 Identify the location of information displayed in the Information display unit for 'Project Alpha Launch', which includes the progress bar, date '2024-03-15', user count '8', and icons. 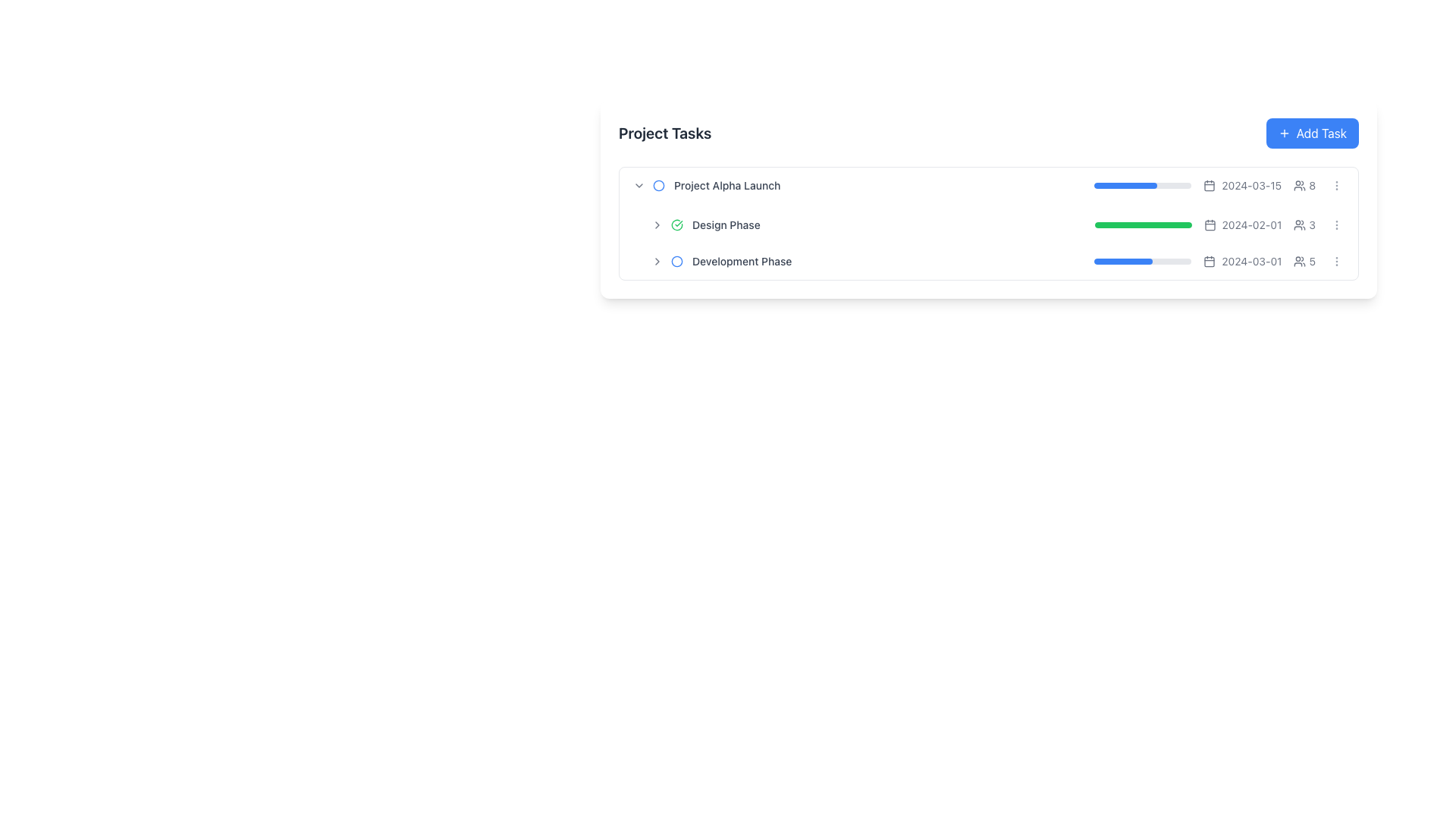
(1220, 185).